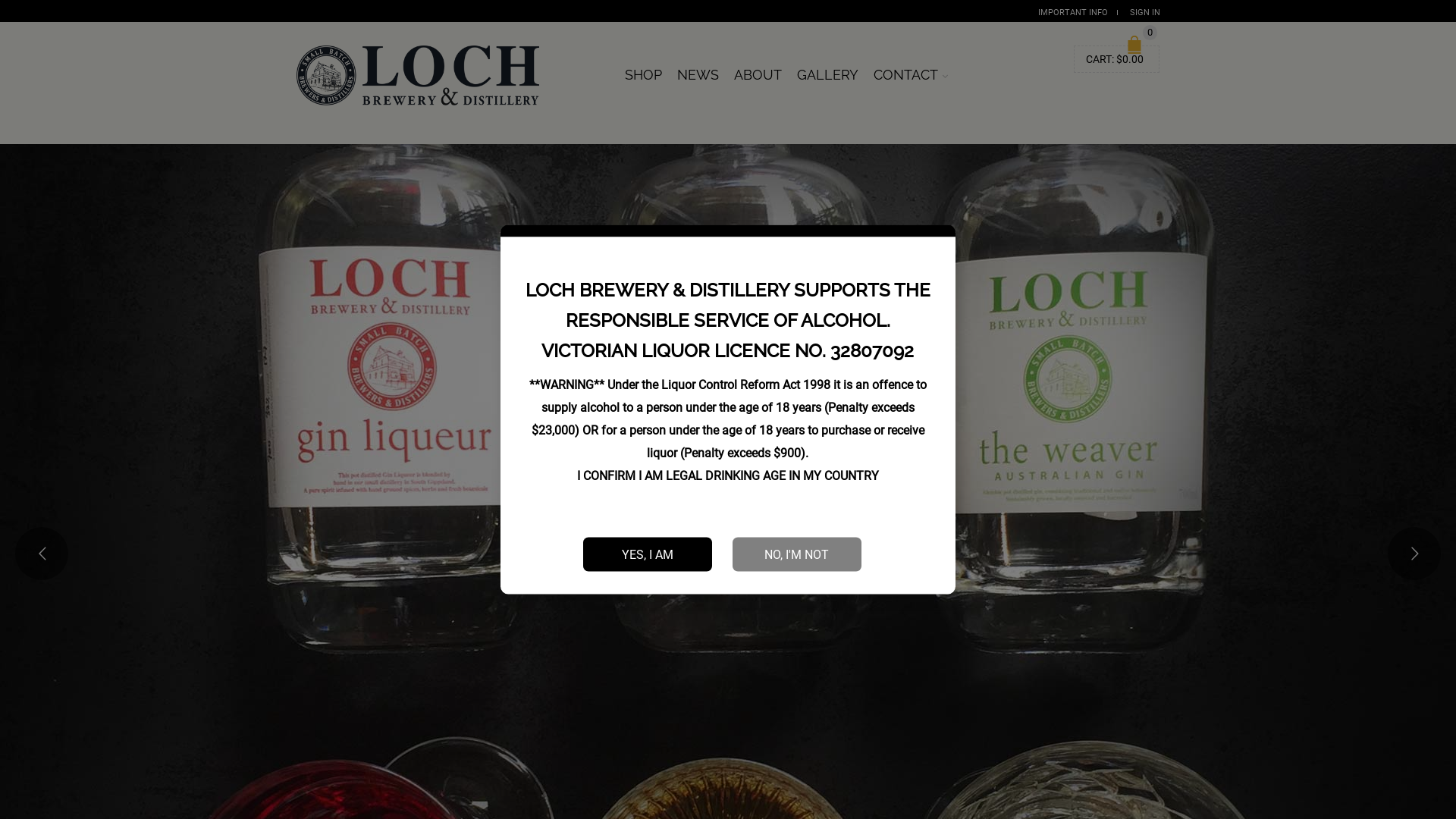 The image size is (1456, 819). Describe the element at coordinates (758, 75) in the screenshot. I see `'ABOUT'` at that location.